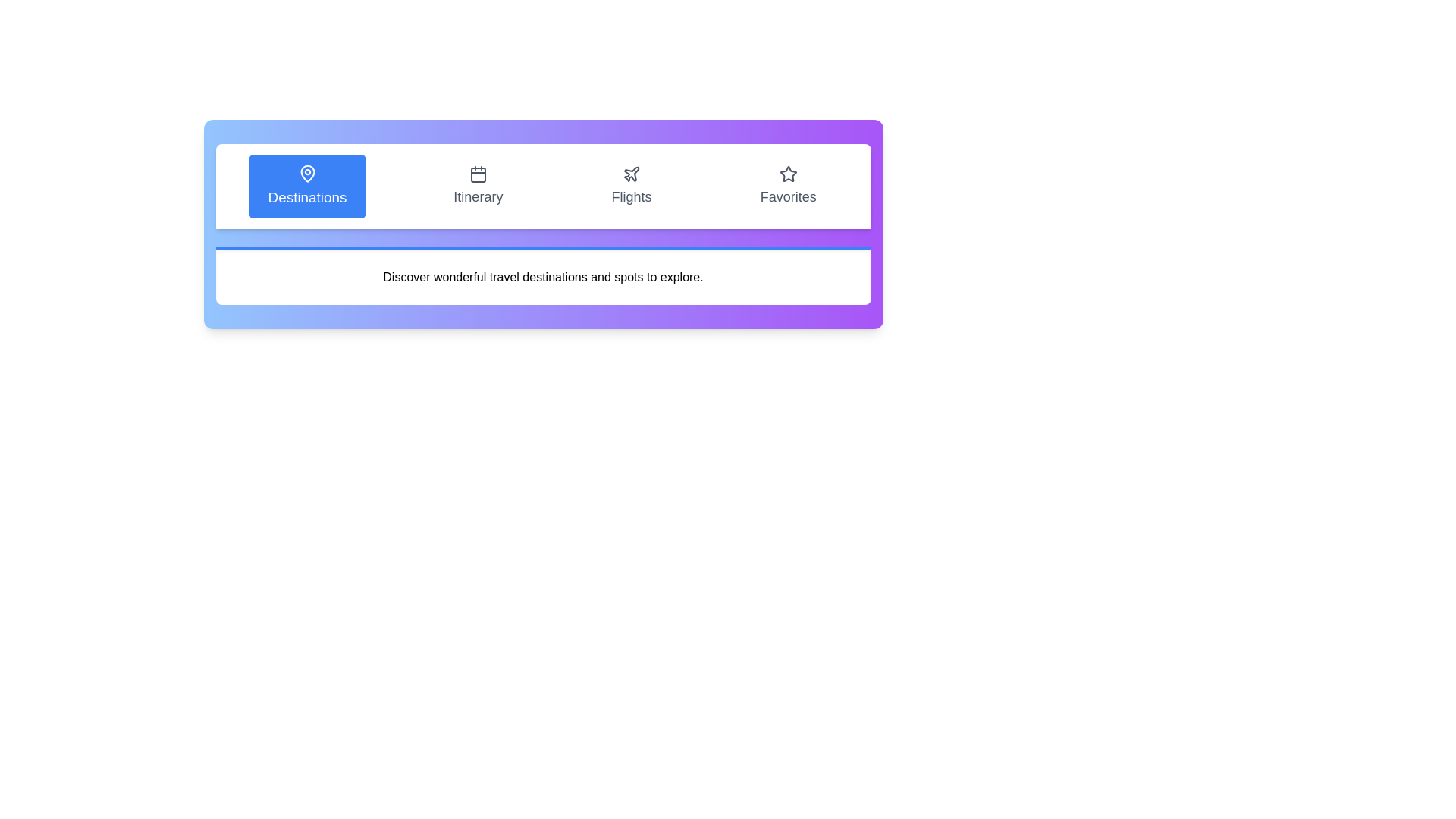  I want to click on the tab labeled Flights, so click(632, 186).